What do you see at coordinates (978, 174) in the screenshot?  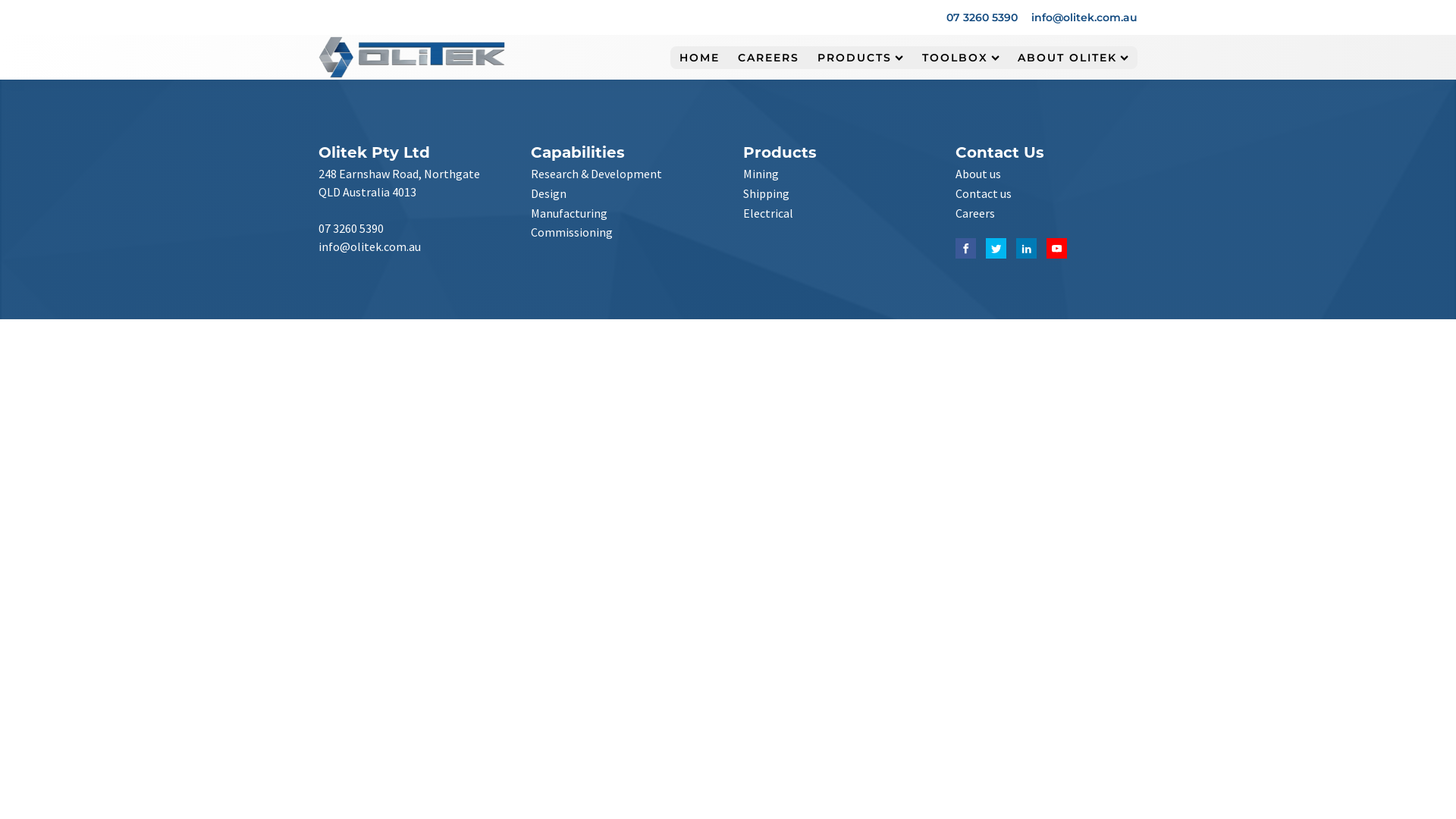 I see `'About us'` at bounding box center [978, 174].